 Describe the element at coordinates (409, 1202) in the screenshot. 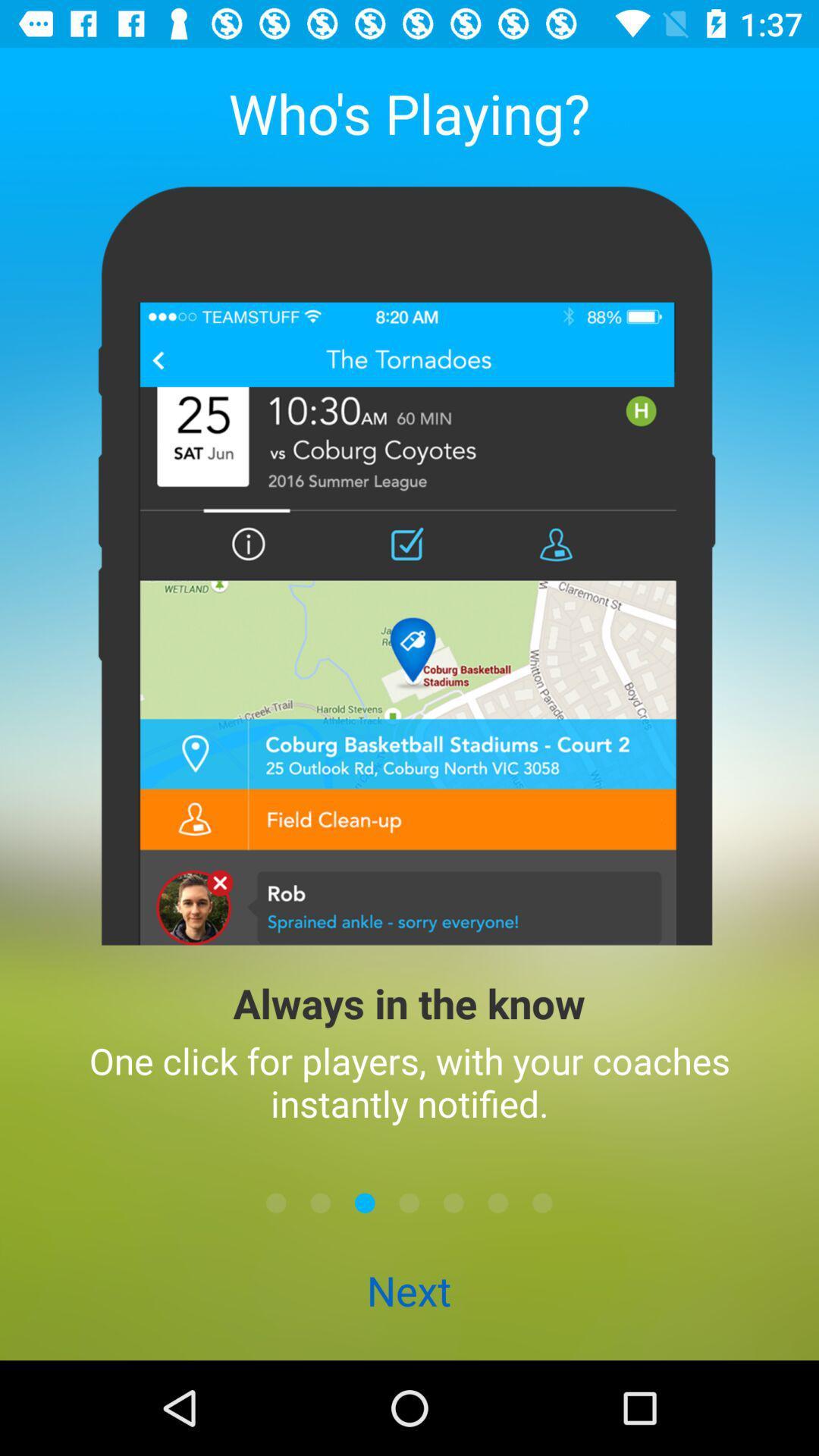

I see `next screen` at that location.